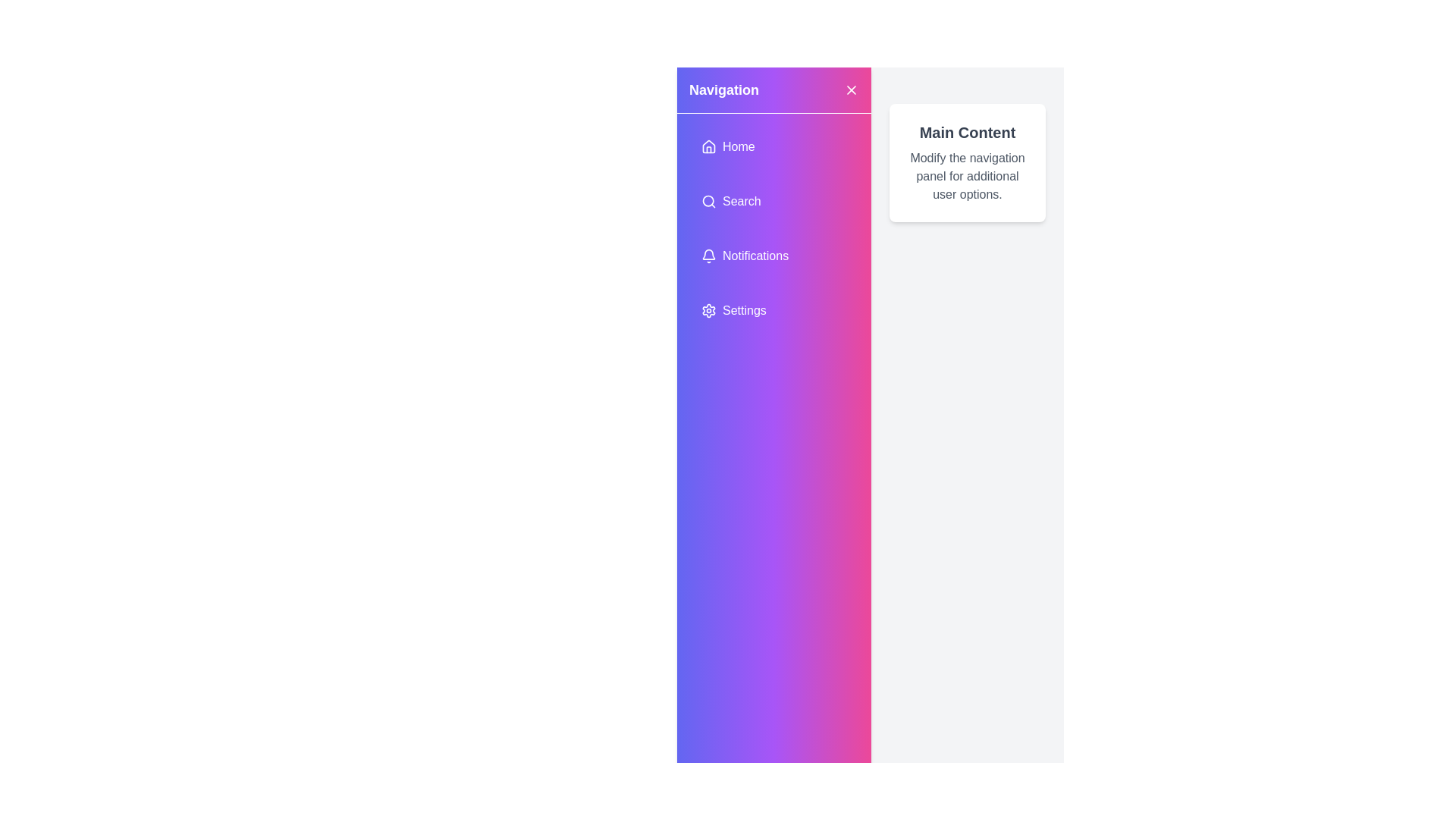 This screenshot has width=1456, height=819. Describe the element at coordinates (755, 256) in the screenshot. I see `the 'Notifications' text label, which is in white on a gradient purple-pink background` at that location.